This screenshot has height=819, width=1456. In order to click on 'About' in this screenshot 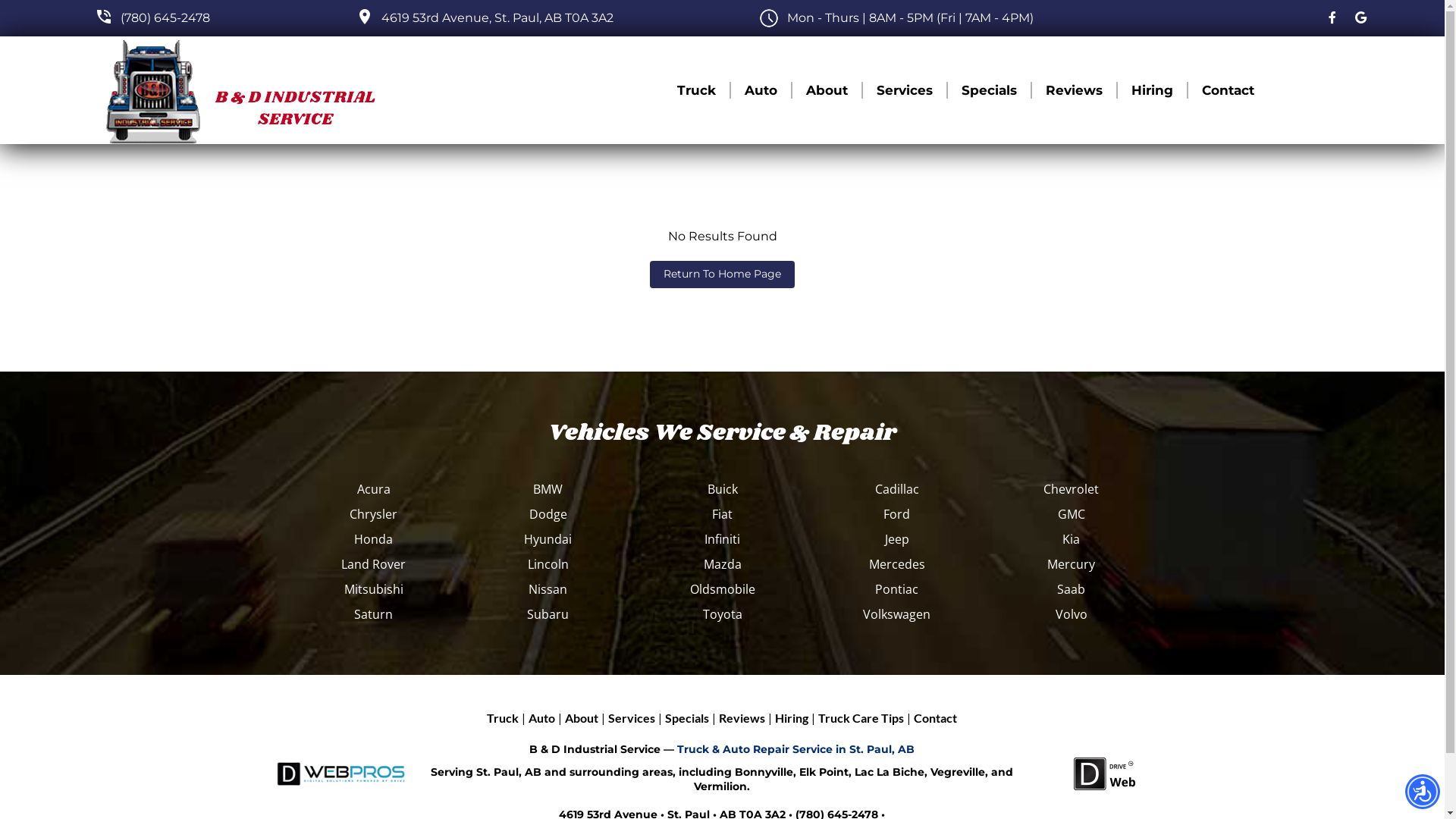, I will do `click(581, 717)`.